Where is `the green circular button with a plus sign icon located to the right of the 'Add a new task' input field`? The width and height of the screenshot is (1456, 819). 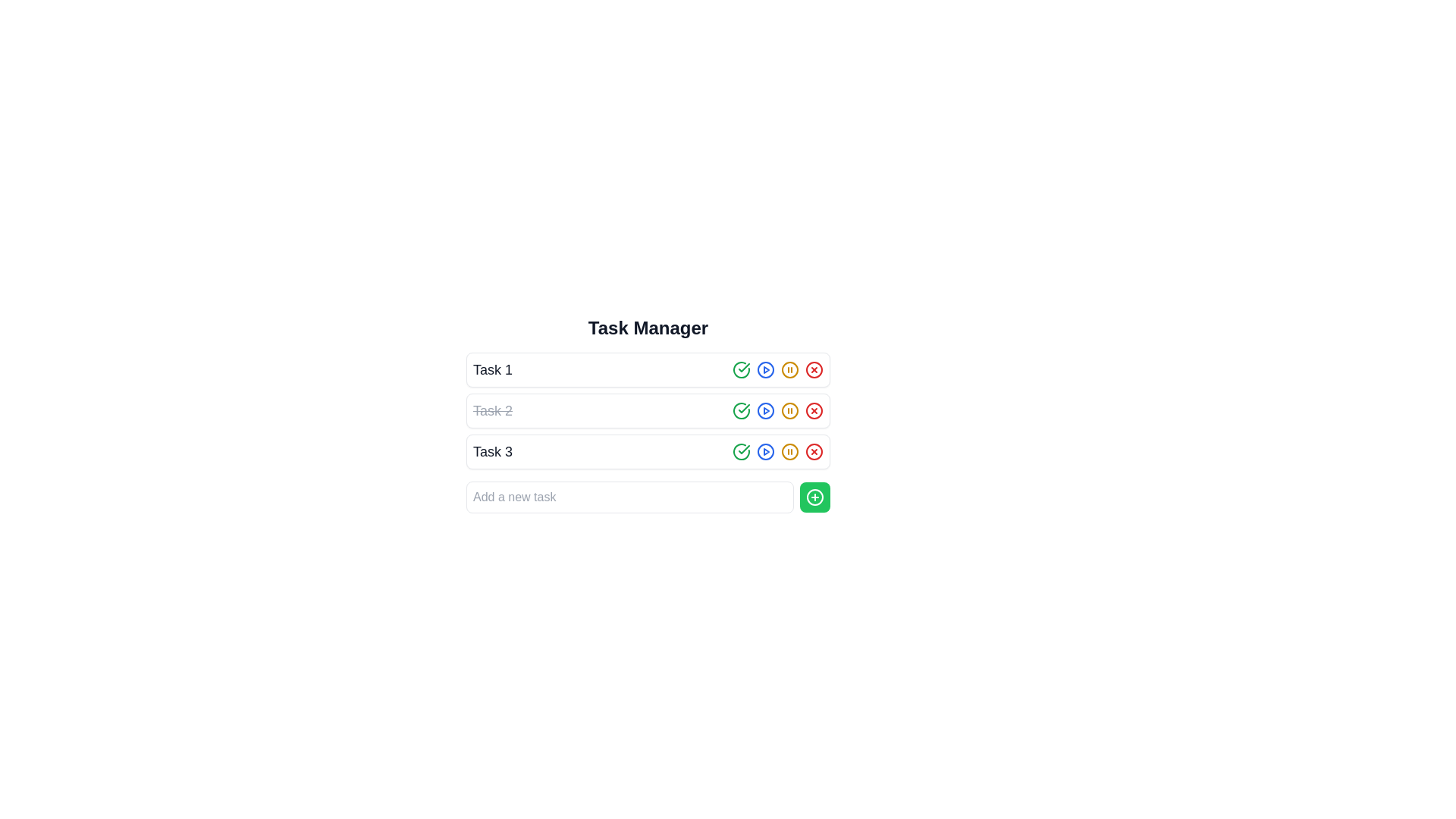
the green circular button with a plus sign icon located to the right of the 'Add a new task' input field is located at coordinates (814, 497).